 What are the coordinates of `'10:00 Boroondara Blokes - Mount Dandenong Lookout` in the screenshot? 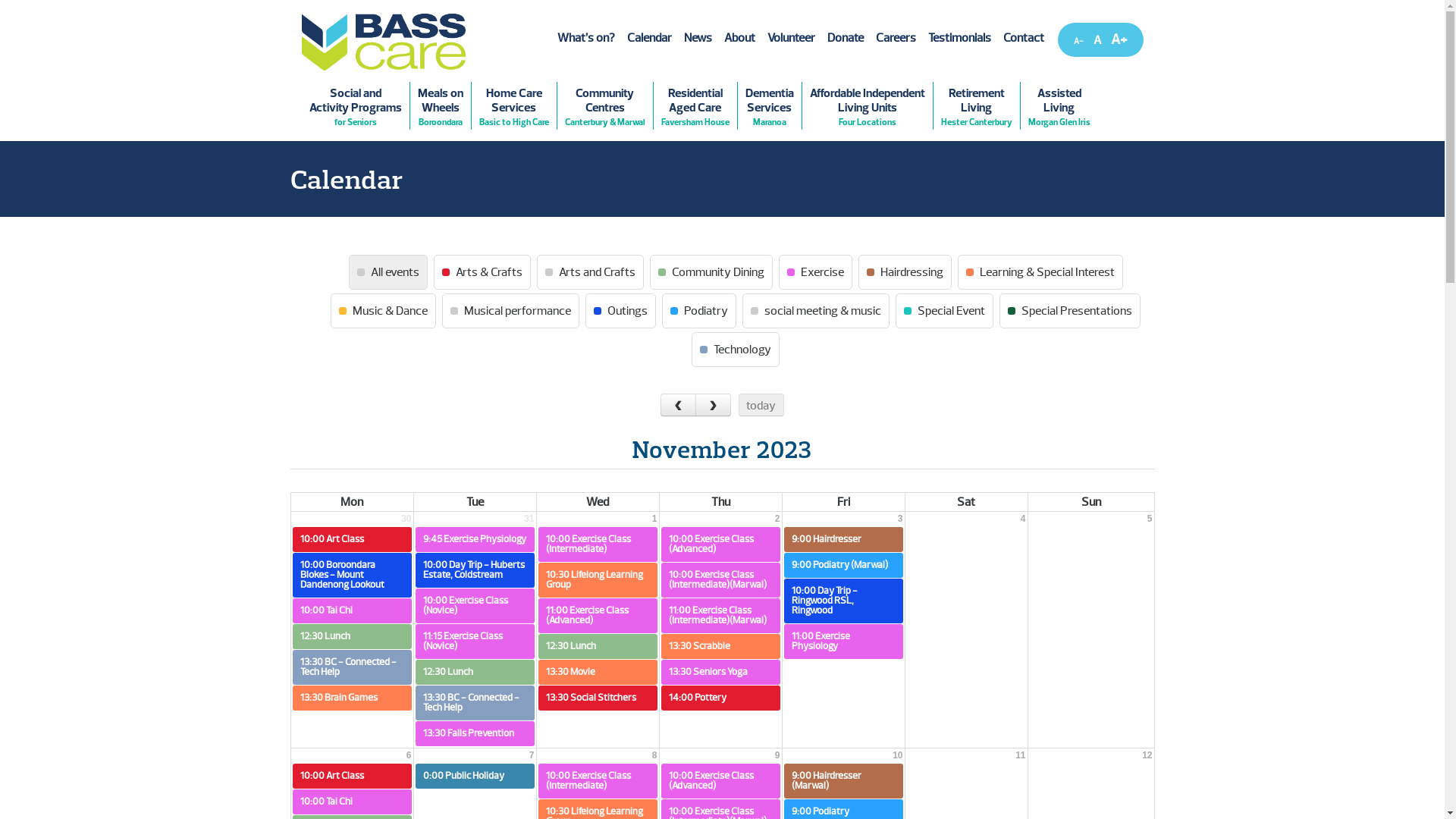 It's located at (292, 575).